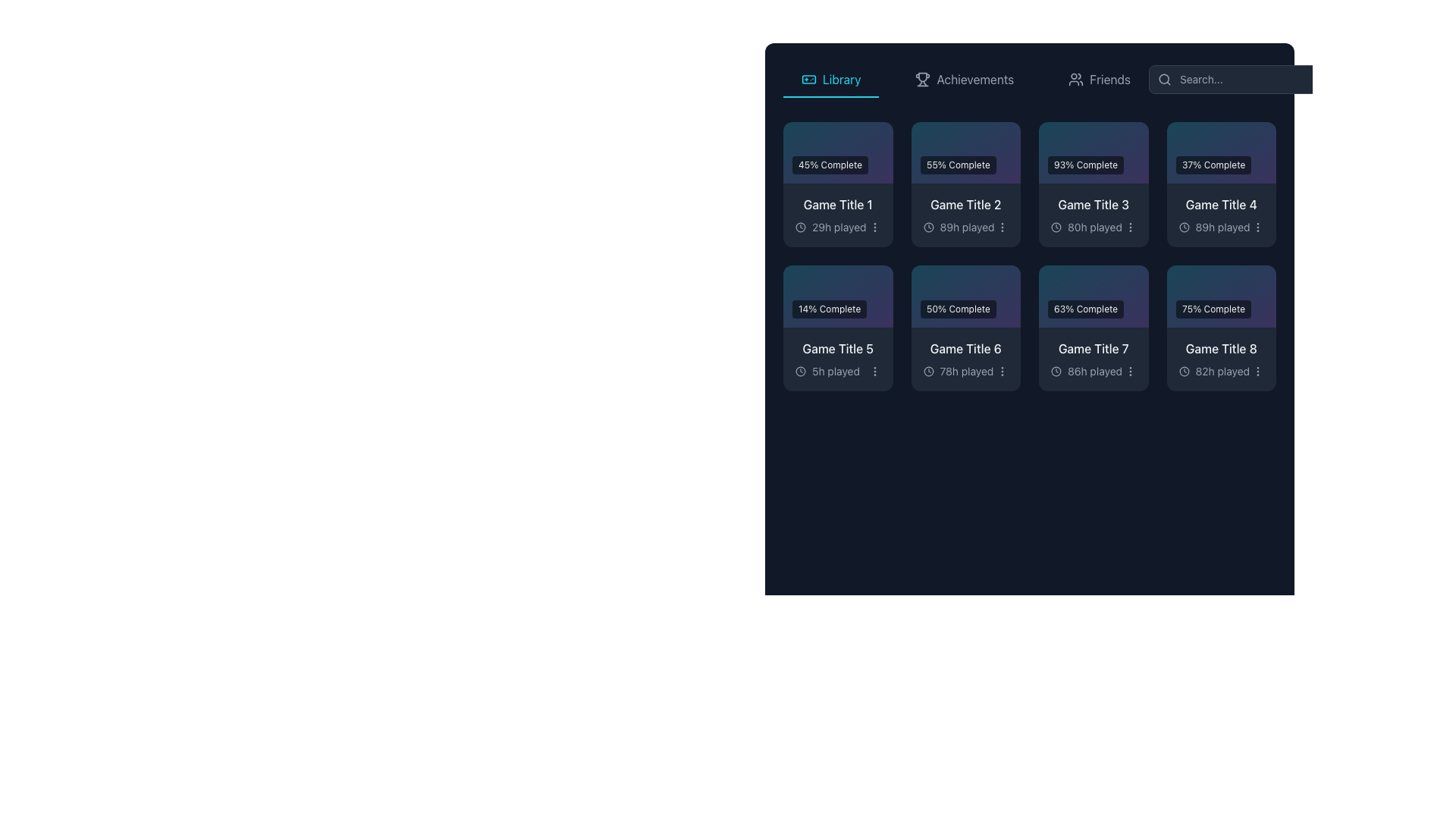 This screenshot has width=1456, height=819. Describe the element at coordinates (837, 205) in the screenshot. I see `the text element displaying the title 'Game Title 1' in white font within the '45% Complete' box in the 'Library' section` at that location.